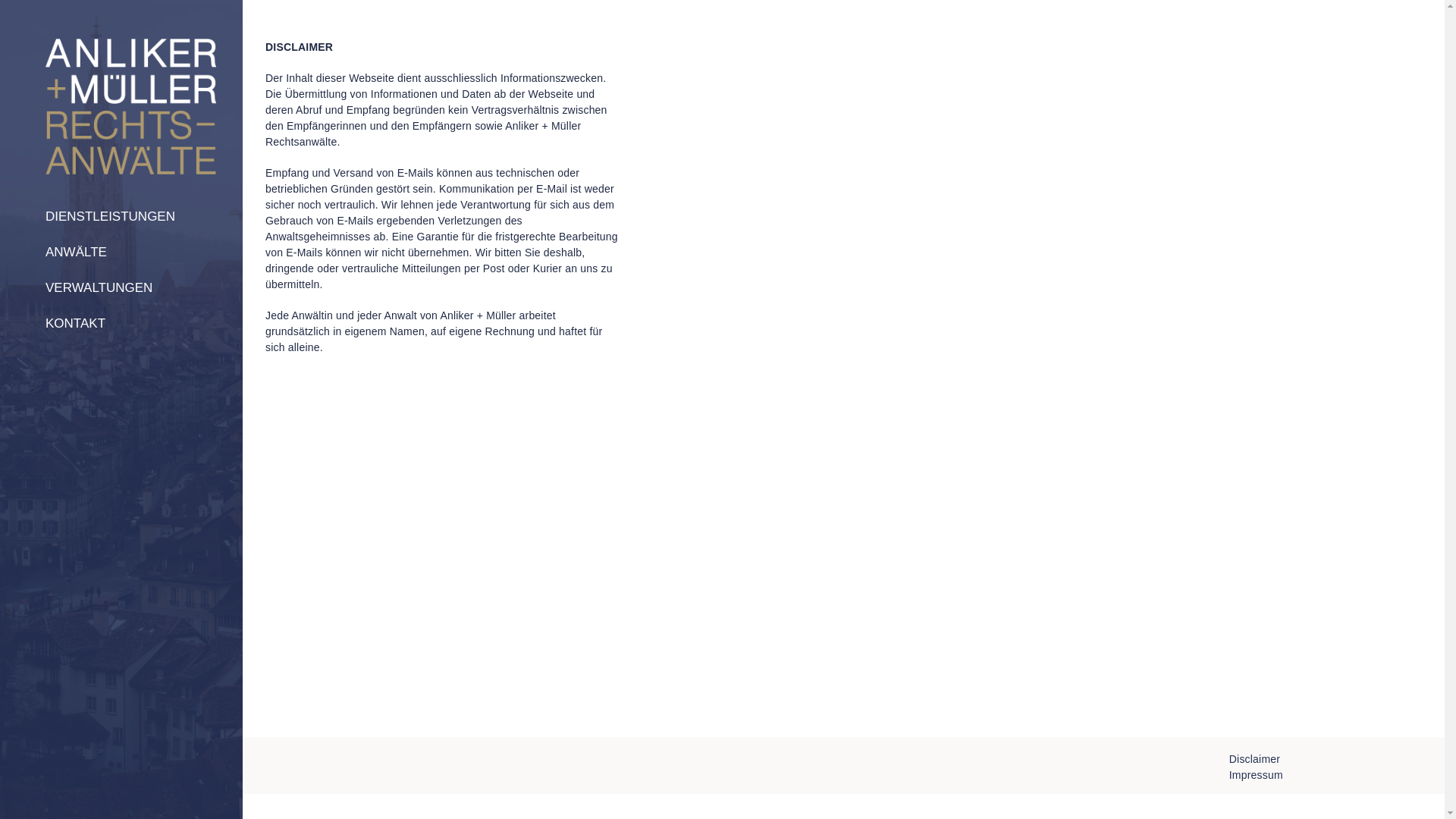 The height and width of the screenshot is (819, 1456). I want to click on 'Impressum', so click(1256, 775).